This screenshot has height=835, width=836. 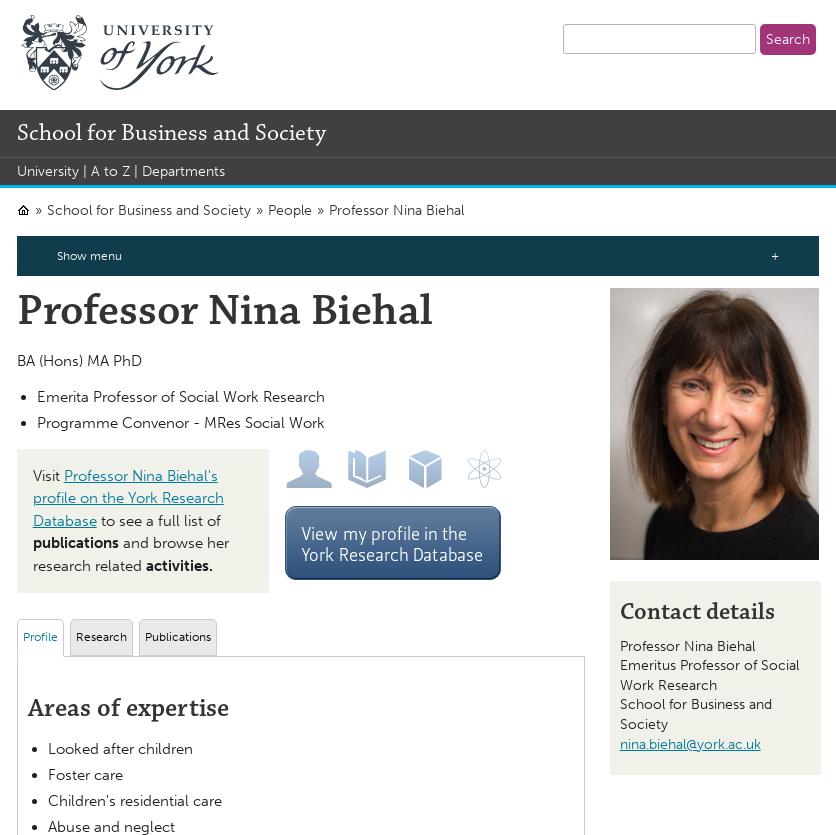 What do you see at coordinates (734, 644) in the screenshot?
I see `'Biehal'` at bounding box center [734, 644].